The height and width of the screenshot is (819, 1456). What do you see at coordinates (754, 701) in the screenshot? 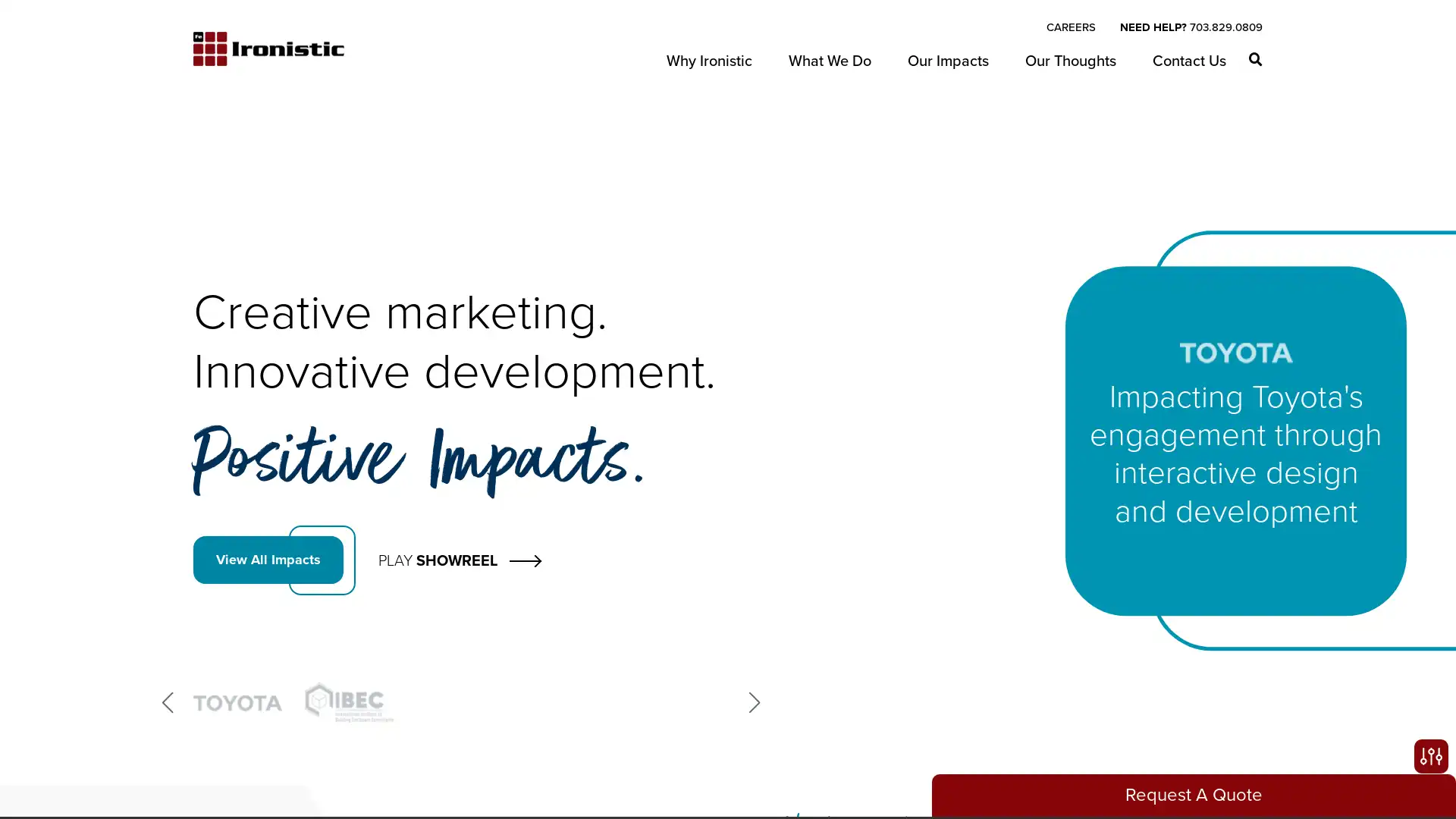
I see `Next slide` at bounding box center [754, 701].